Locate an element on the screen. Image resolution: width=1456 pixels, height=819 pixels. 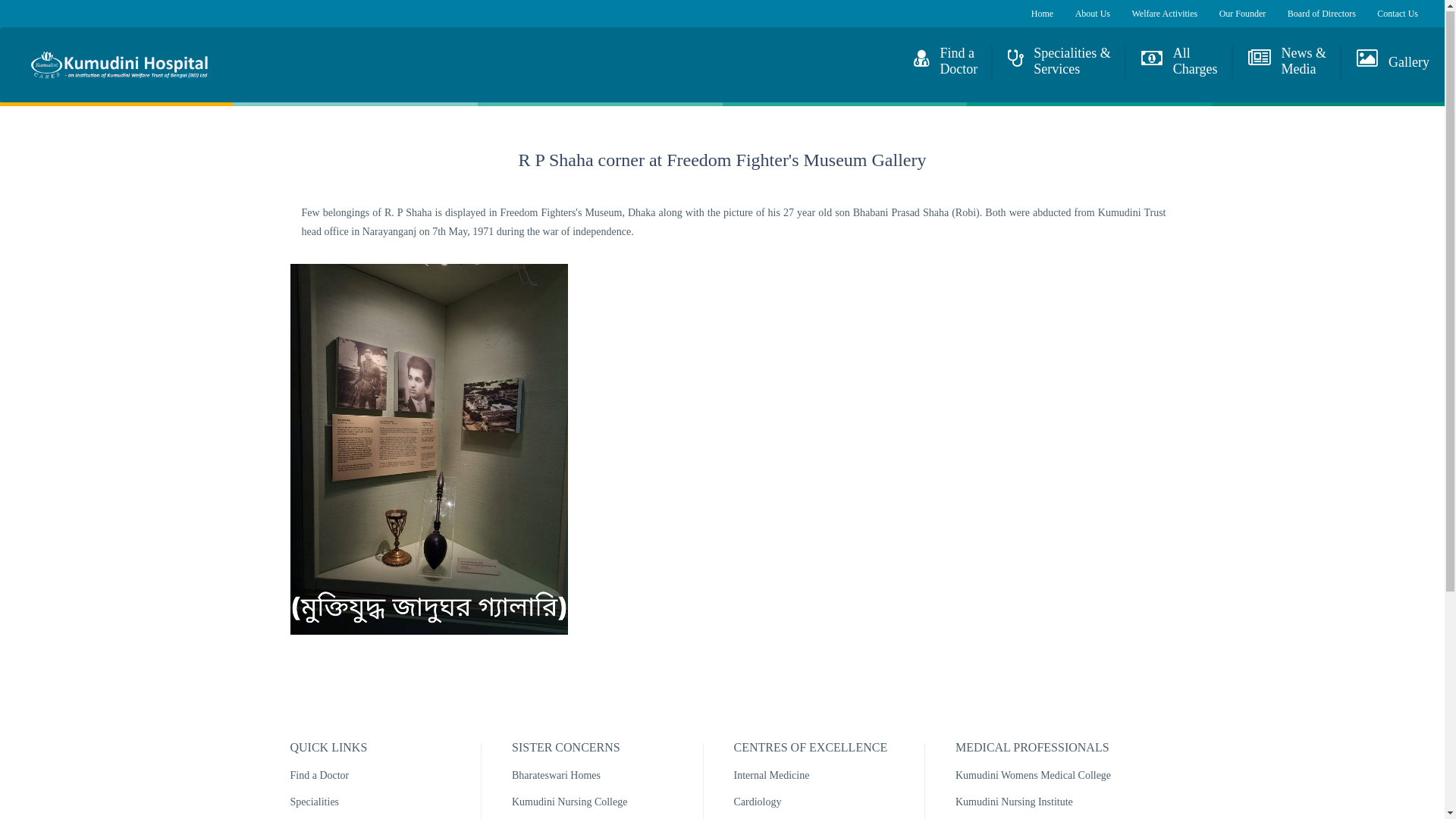
'Home' is located at coordinates (1041, 14).